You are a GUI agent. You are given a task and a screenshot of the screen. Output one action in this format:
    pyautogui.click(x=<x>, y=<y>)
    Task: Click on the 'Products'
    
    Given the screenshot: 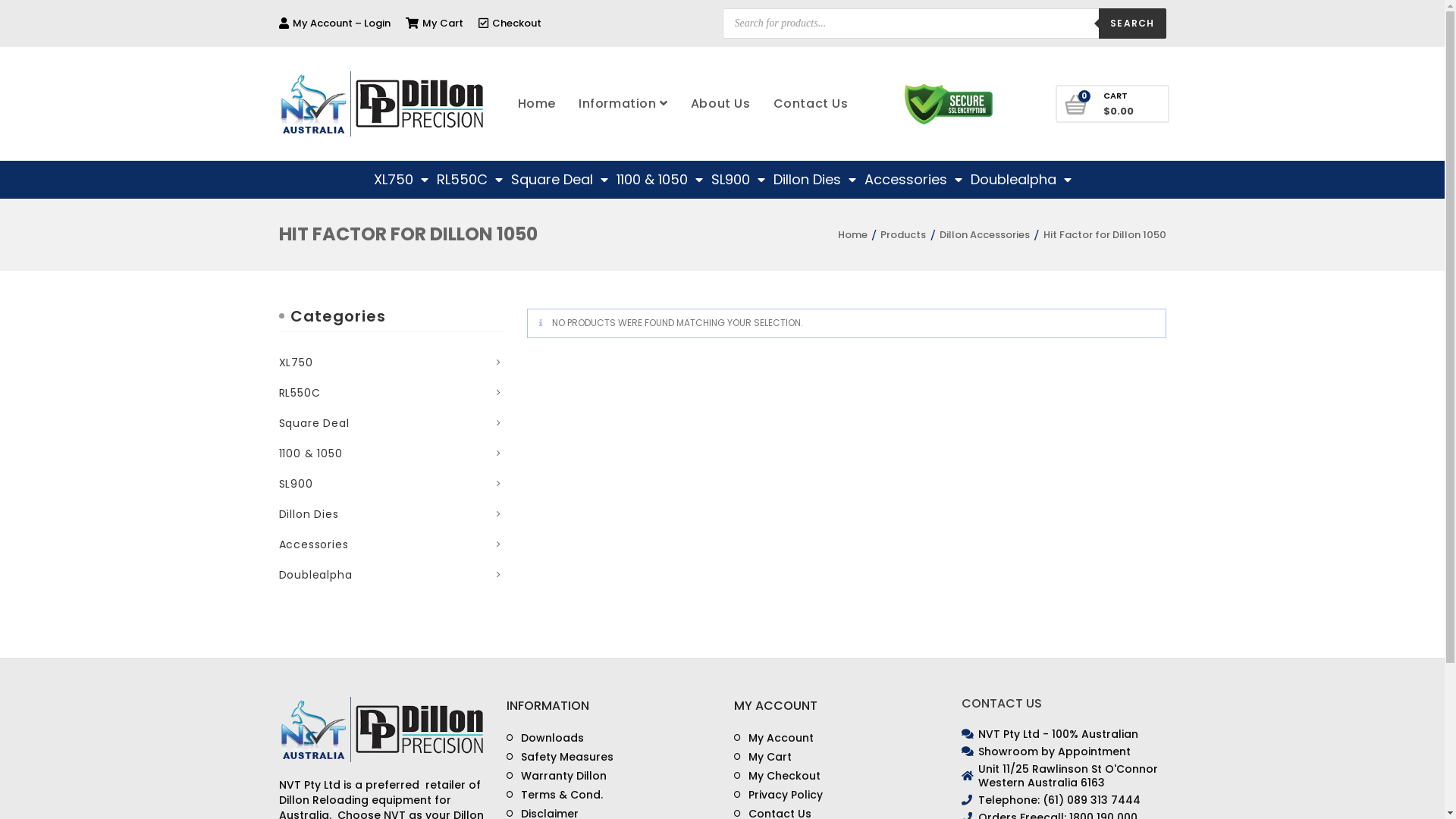 What is the action you would take?
    pyautogui.click(x=902, y=234)
    